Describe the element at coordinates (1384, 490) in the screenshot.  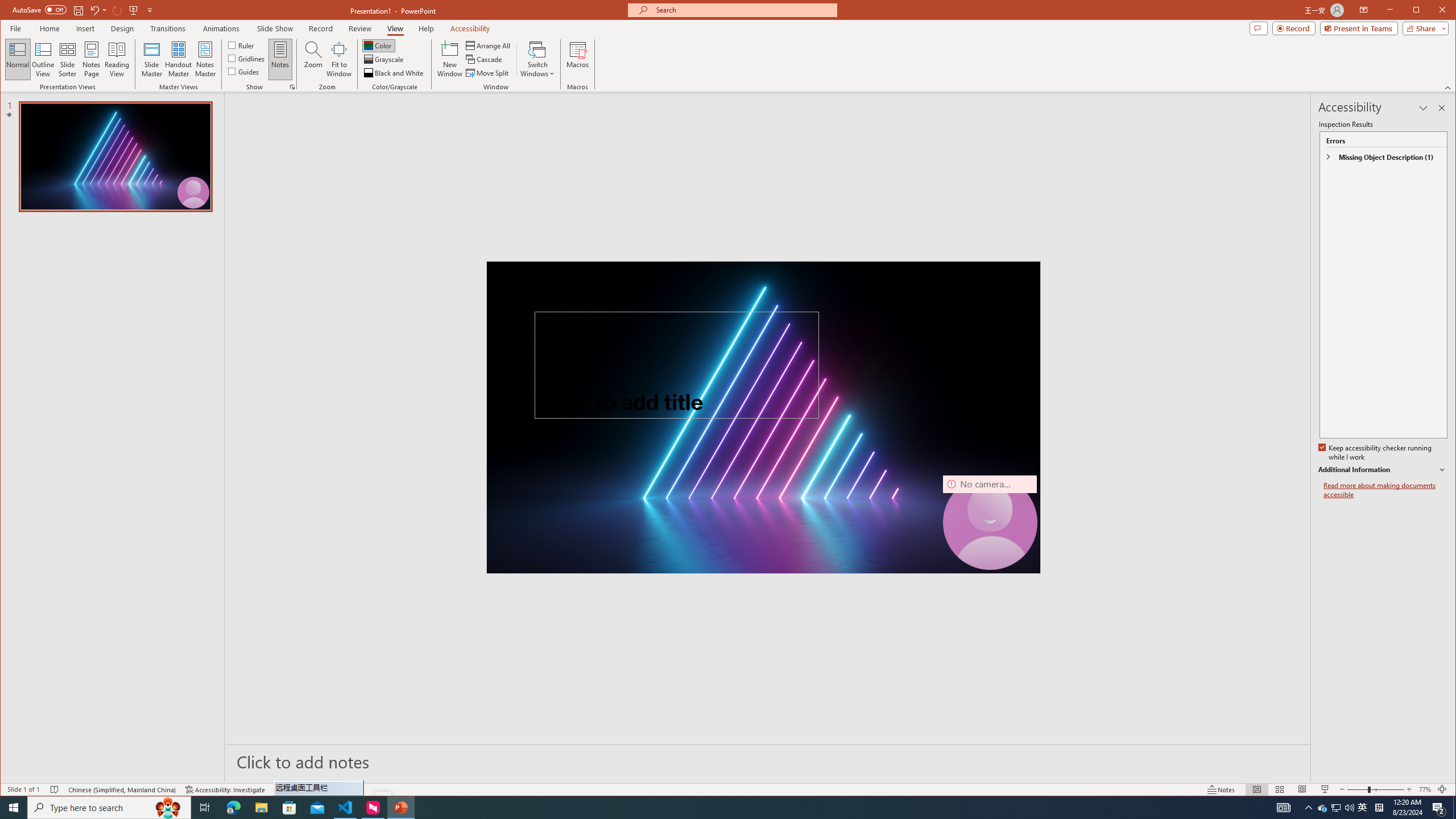
I see `'Read more about making documents accessible'` at that location.